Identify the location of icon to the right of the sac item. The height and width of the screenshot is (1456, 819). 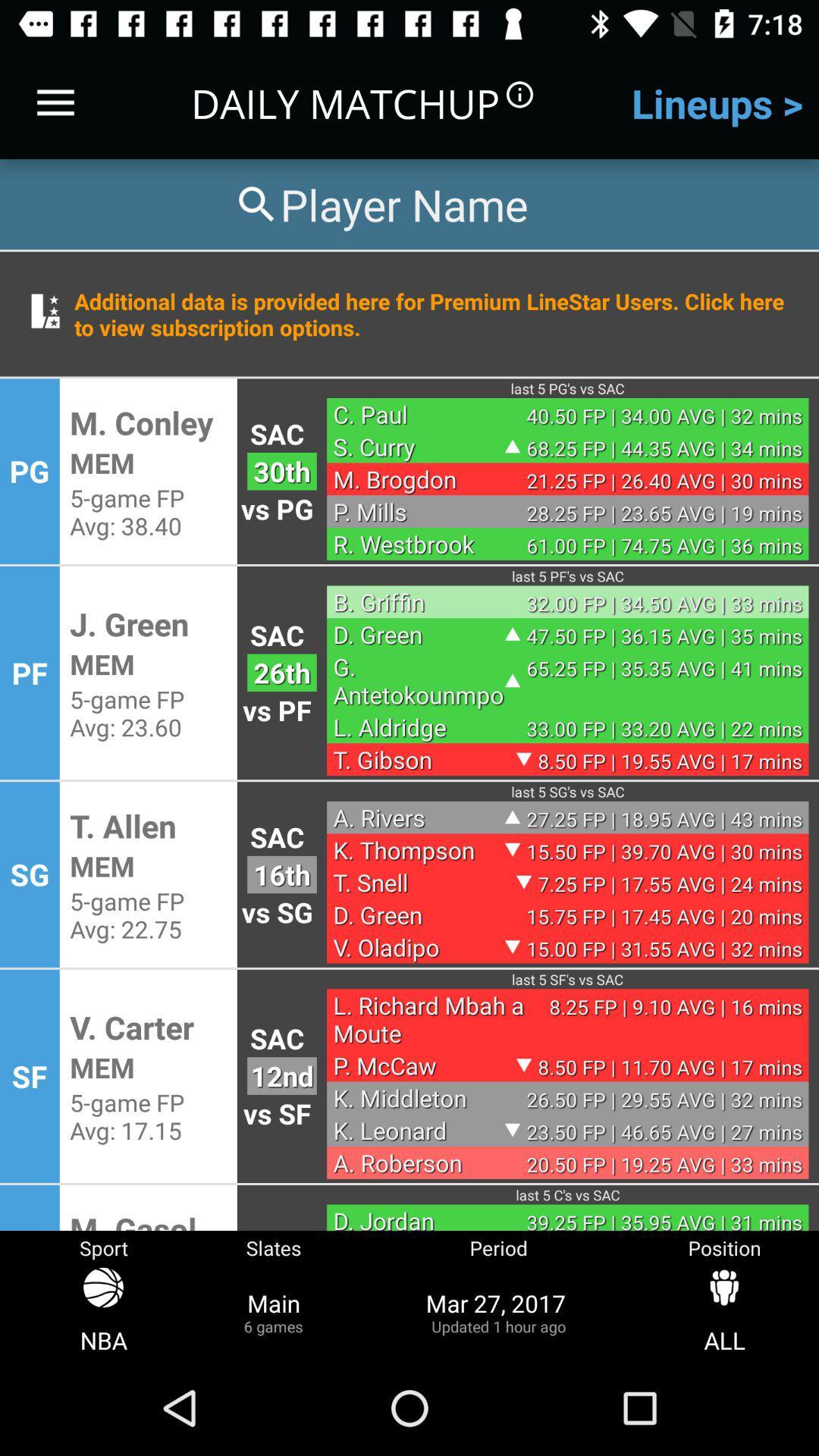
(419, 601).